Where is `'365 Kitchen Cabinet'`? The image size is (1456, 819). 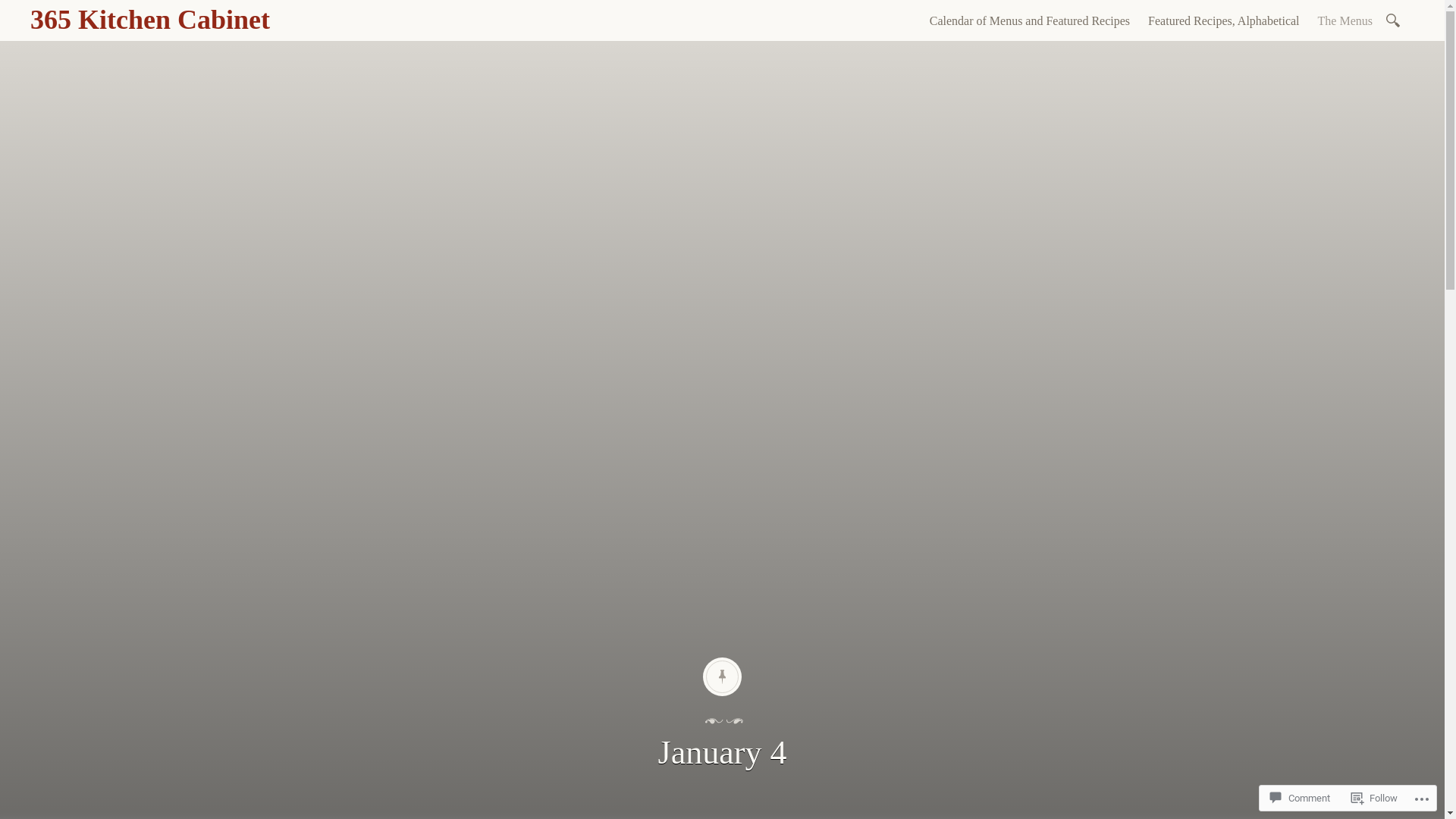
'365 Kitchen Cabinet' is located at coordinates (149, 20).